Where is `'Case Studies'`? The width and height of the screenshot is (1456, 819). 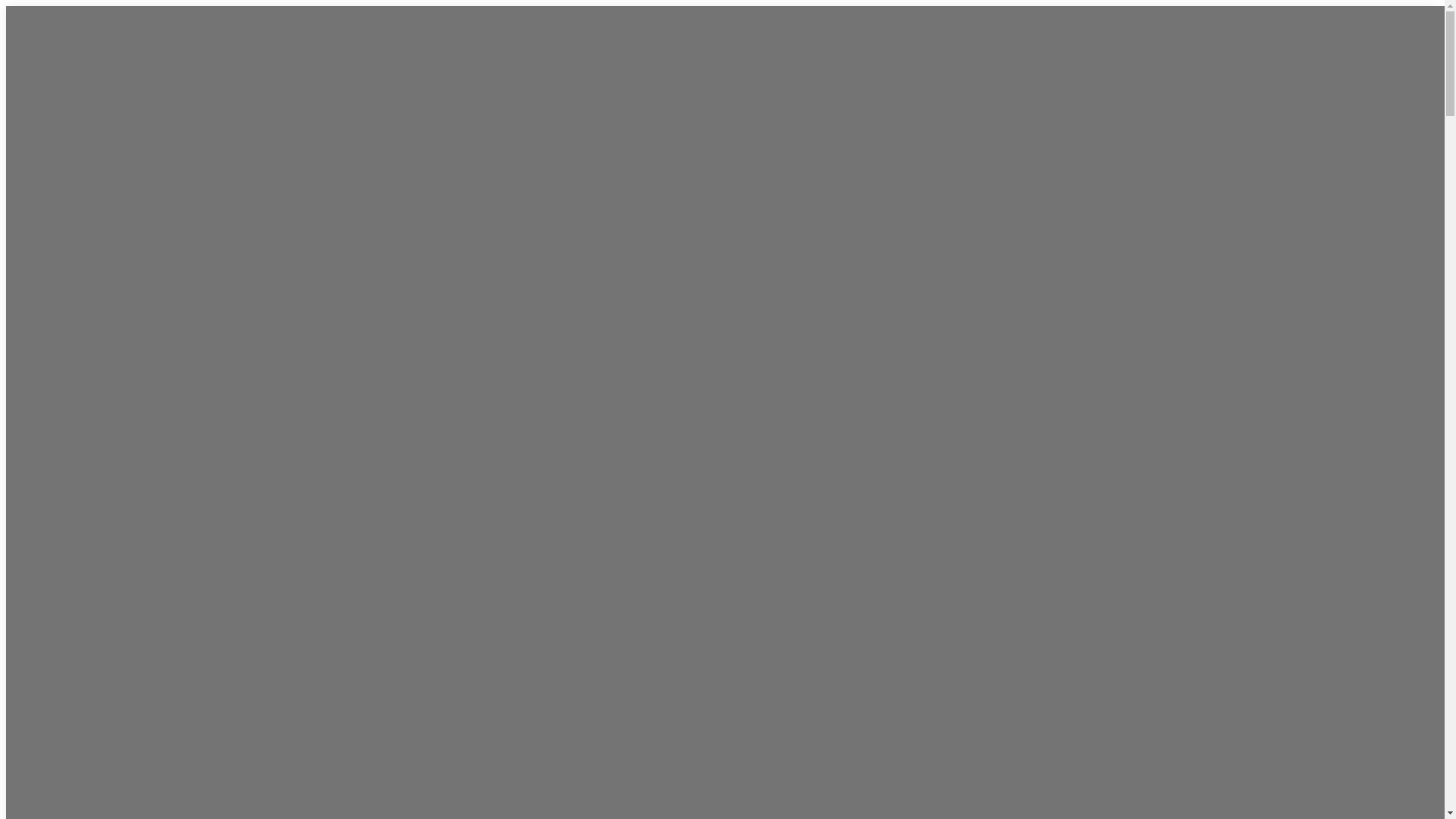
'Case Studies' is located at coordinates (626, 532).